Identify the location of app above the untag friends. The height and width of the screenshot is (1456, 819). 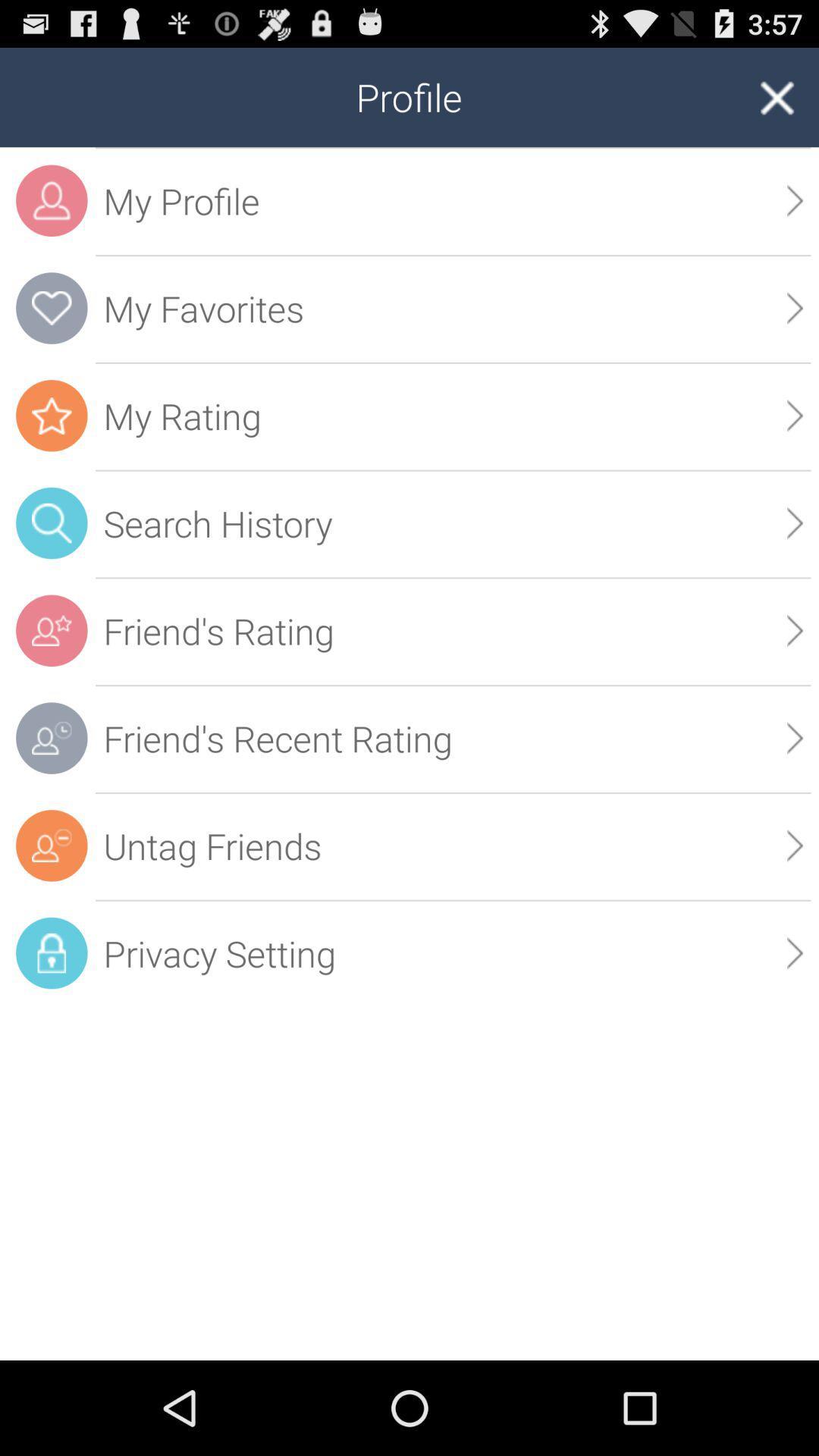
(794, 738).